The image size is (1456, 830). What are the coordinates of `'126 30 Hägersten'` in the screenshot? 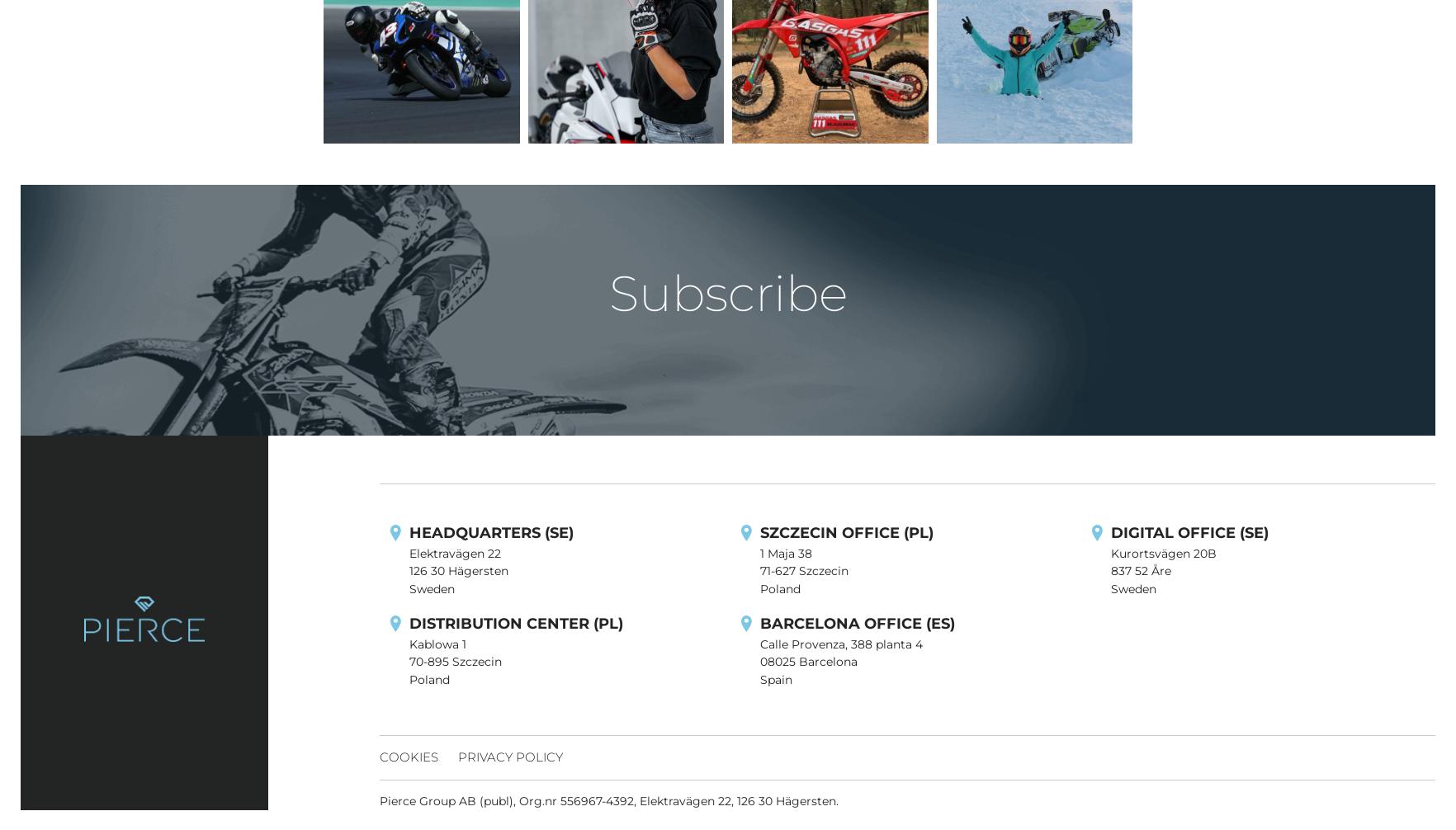 It's located at (459, 571).